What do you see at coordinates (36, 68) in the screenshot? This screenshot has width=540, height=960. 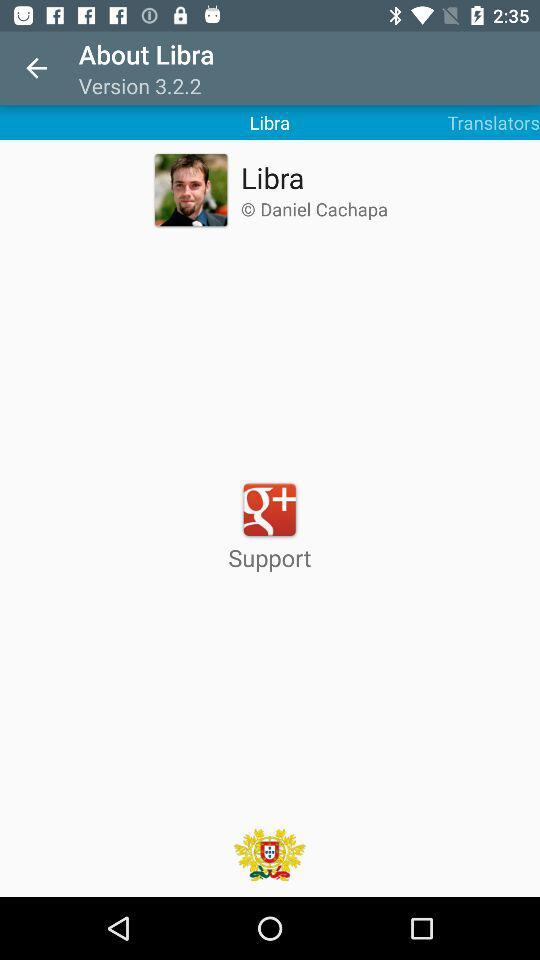 I see `icon to the left of version 3 2 app` at bounding box center [36, 68].